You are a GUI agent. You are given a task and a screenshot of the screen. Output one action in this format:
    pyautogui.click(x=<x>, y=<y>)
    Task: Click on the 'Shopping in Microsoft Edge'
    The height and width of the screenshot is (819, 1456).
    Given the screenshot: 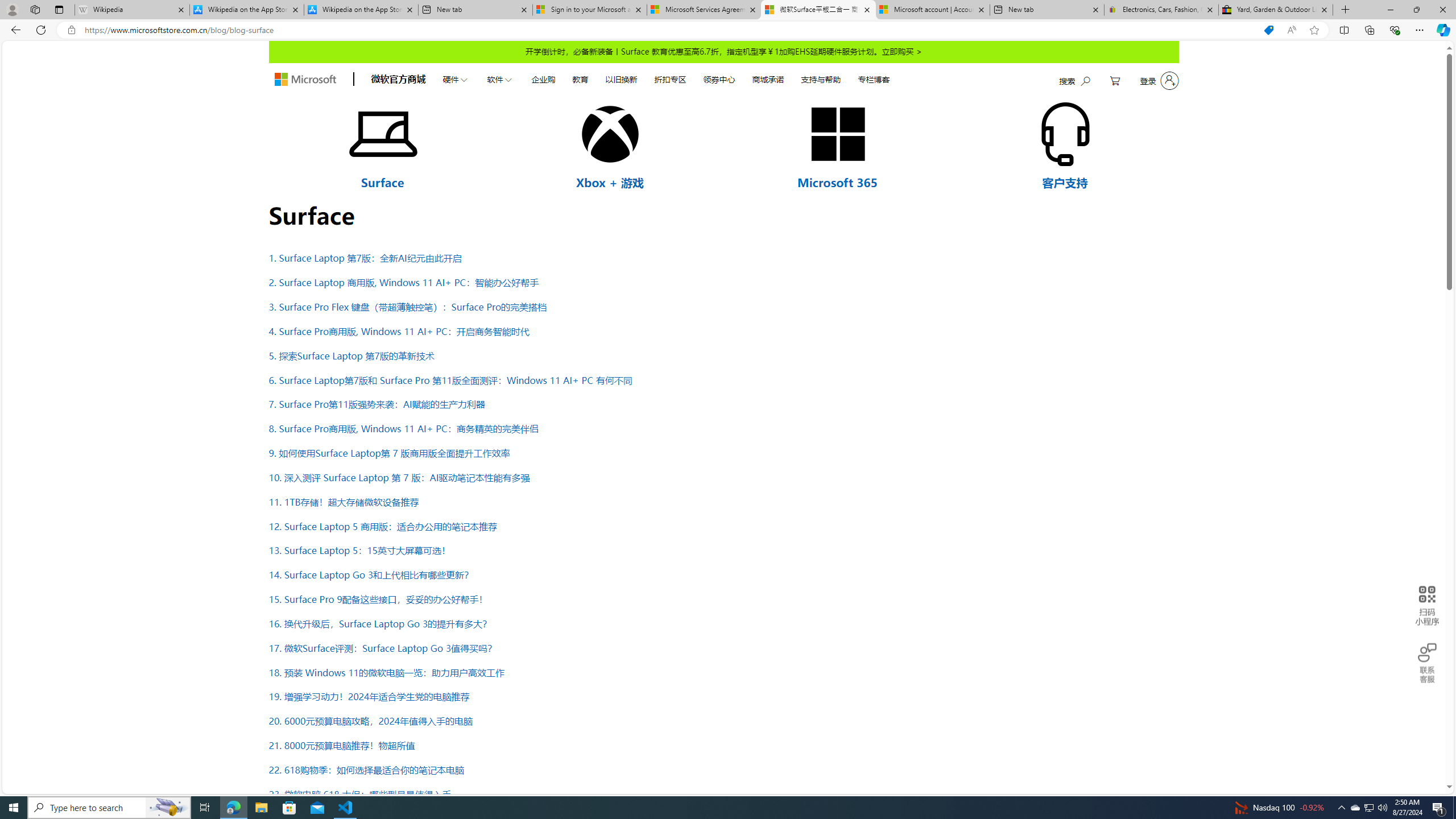 What is the action you would take?
    pyautogui.click(x=1268, y=30)
    